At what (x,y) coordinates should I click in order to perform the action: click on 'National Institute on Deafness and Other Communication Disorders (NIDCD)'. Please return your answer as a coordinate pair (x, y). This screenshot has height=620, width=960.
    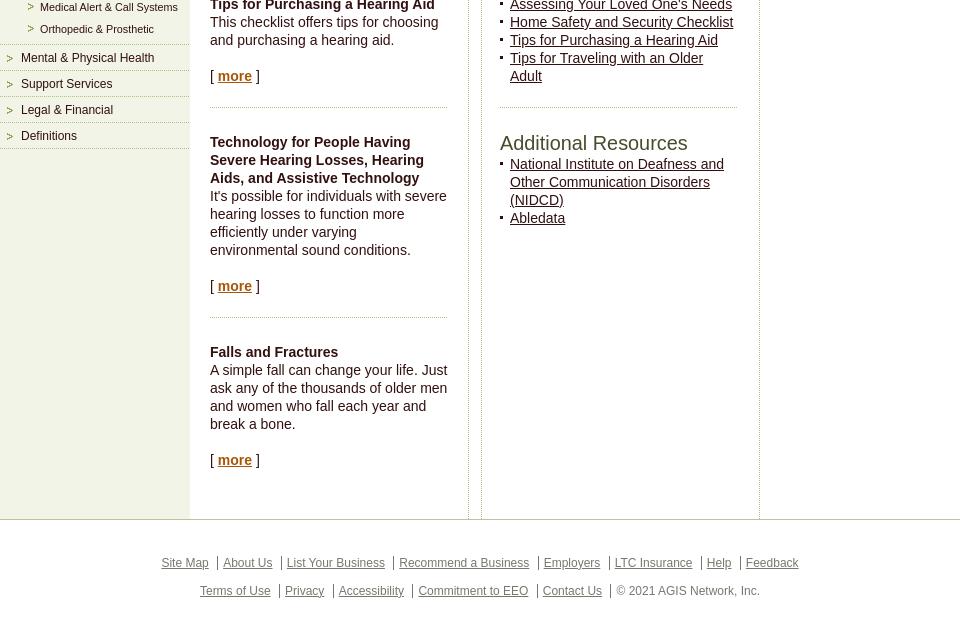
    Looking at the image, I should click on (615, 179).